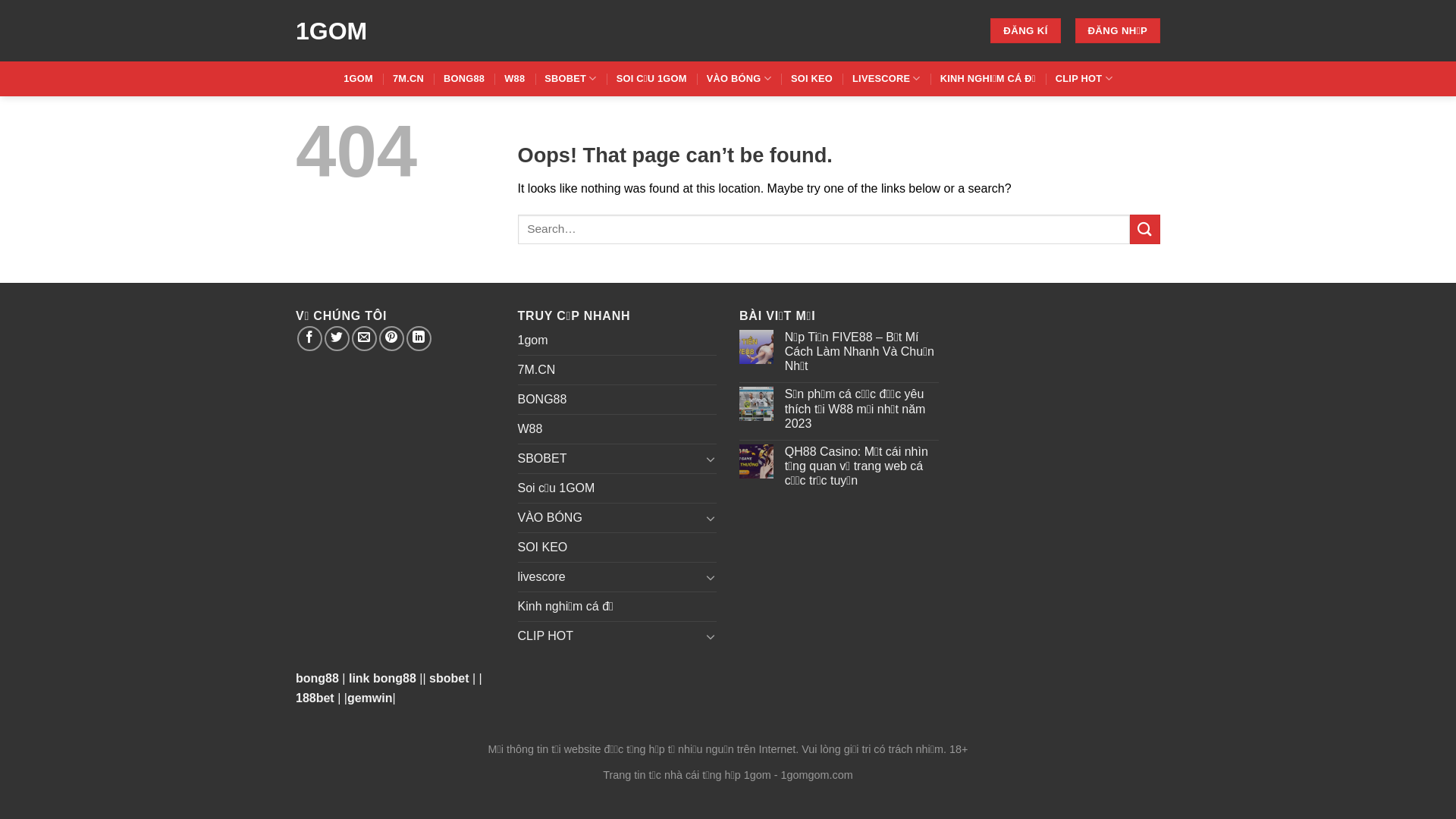 Image resolution: width=1456 pixels, height=819 pixels. What do you see at coordinates (608, 636) in the screenshot?
I see `'CLIP HOT'` at bounding box center [608, 636].